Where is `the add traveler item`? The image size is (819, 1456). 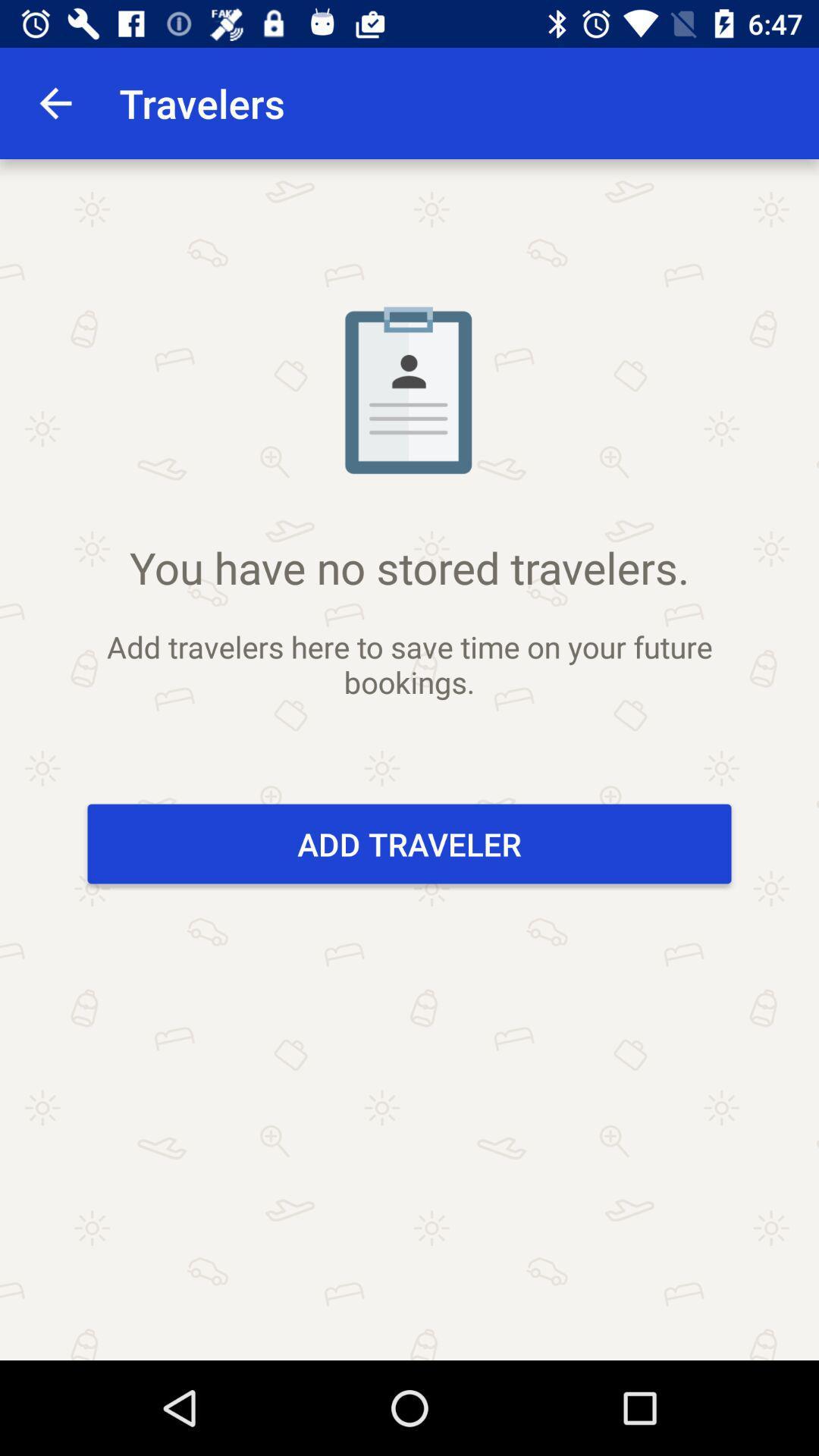
the add traveler item is located at coordinates (409, 843).